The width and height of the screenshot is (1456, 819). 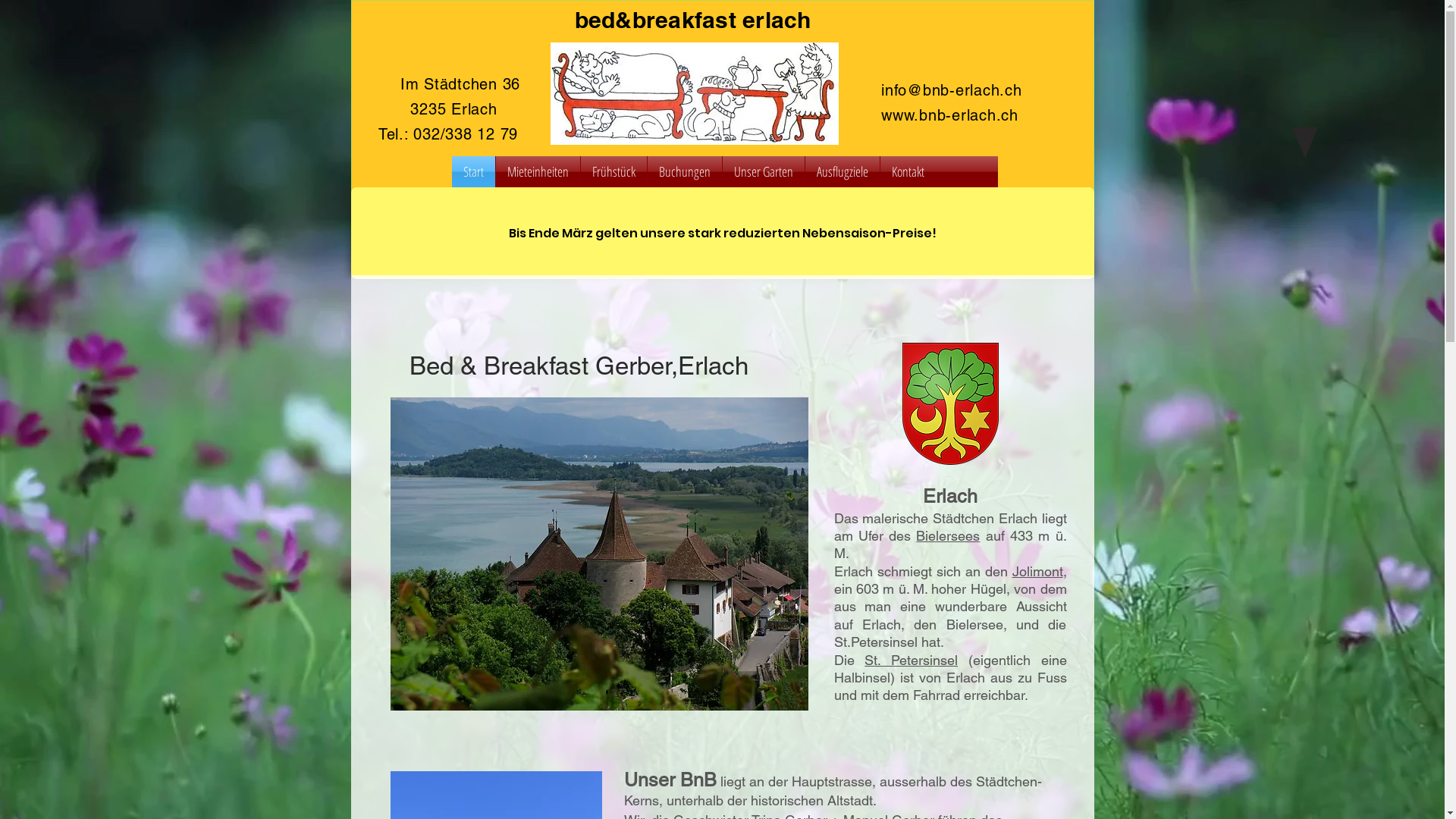 What do you see at coordinates (946, 535) in the screenshot?
I see `'Bielersees'` at bounding box center [946, 535].